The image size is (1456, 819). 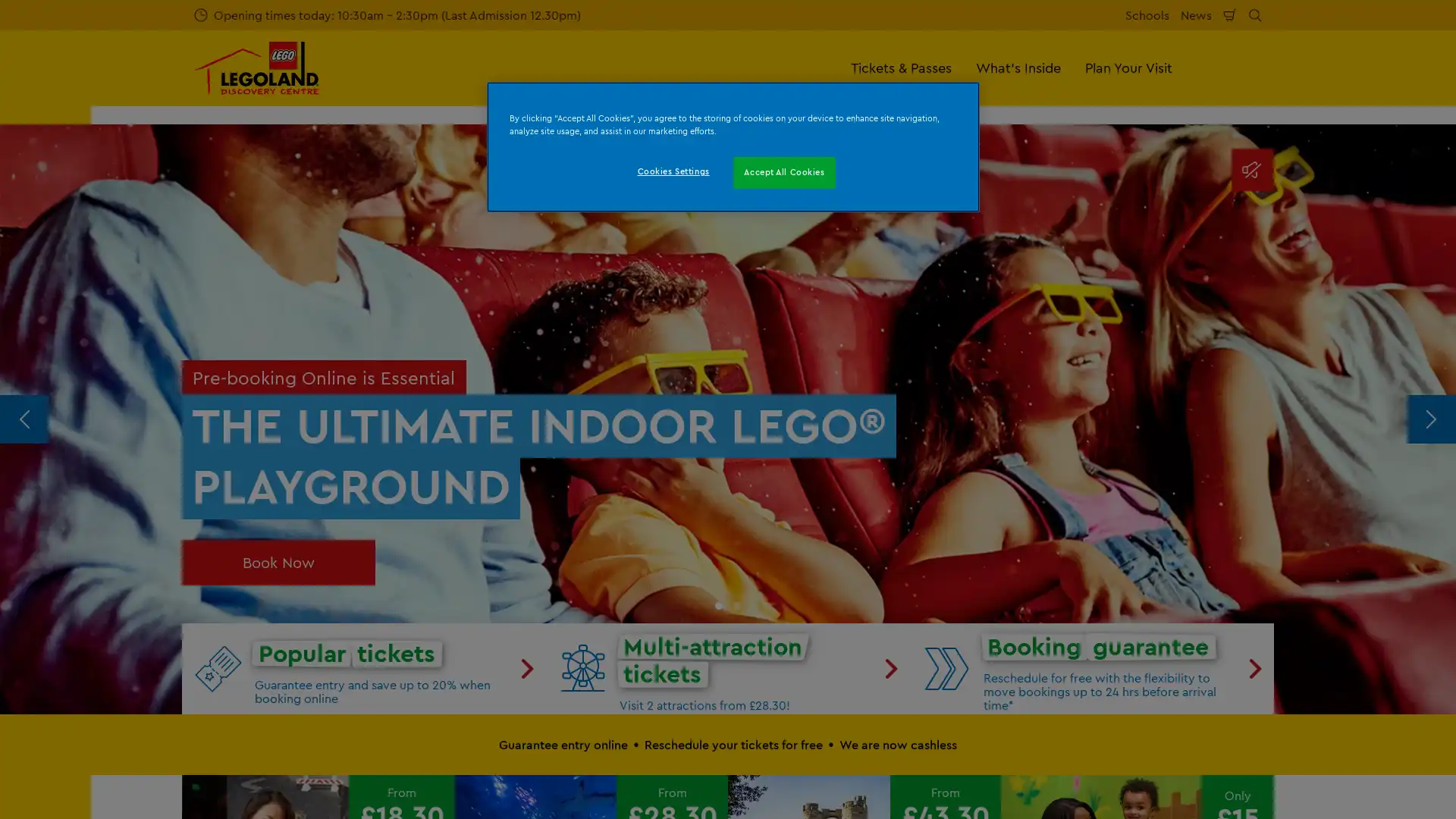 What do you see at coordinates (1230, 14) in the screenshot?
I see `Shopping Cart` at bounding box center [1230, 14].